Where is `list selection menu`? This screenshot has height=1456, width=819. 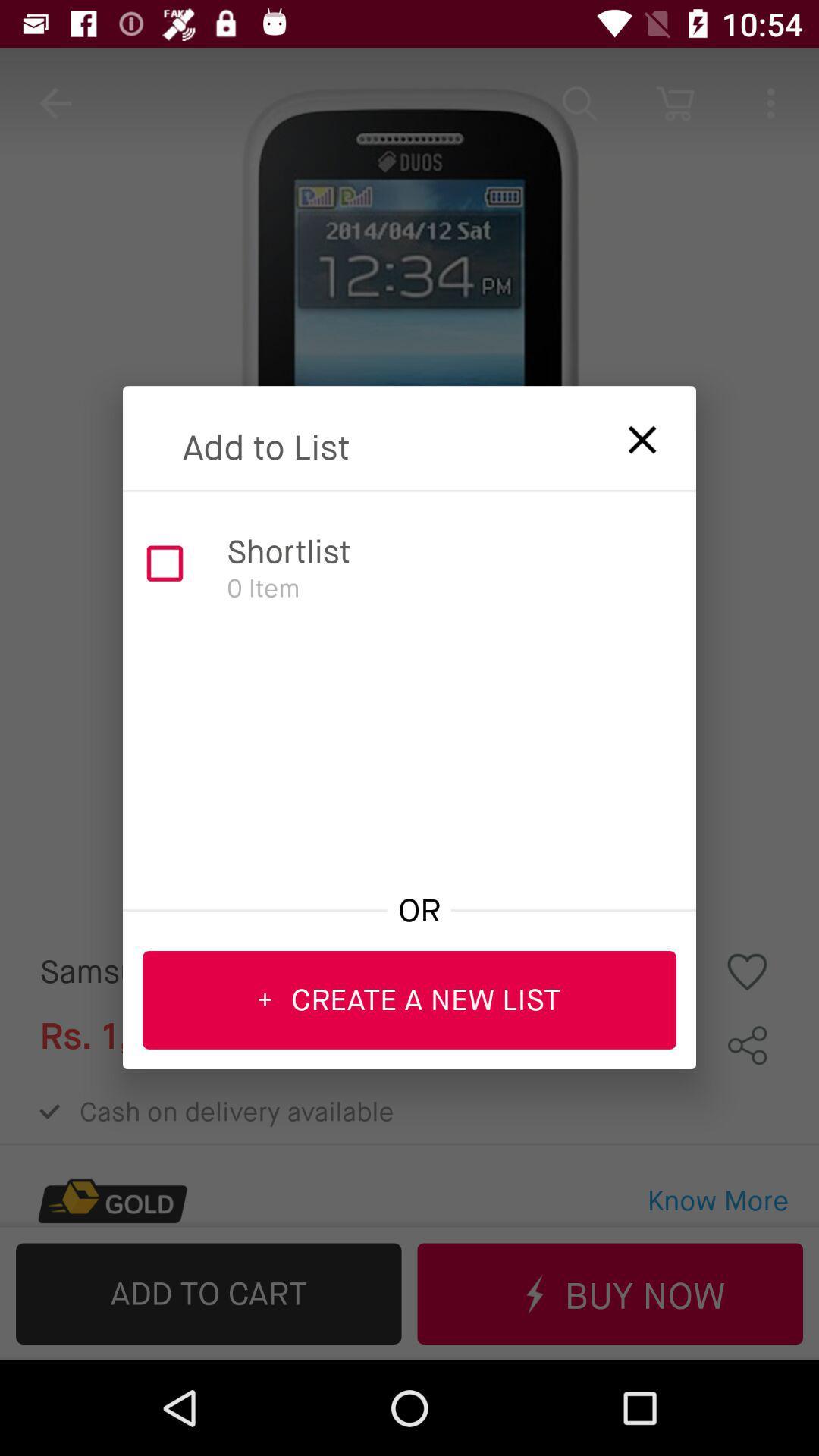 list selection menu is located at coordinates (632, 434).